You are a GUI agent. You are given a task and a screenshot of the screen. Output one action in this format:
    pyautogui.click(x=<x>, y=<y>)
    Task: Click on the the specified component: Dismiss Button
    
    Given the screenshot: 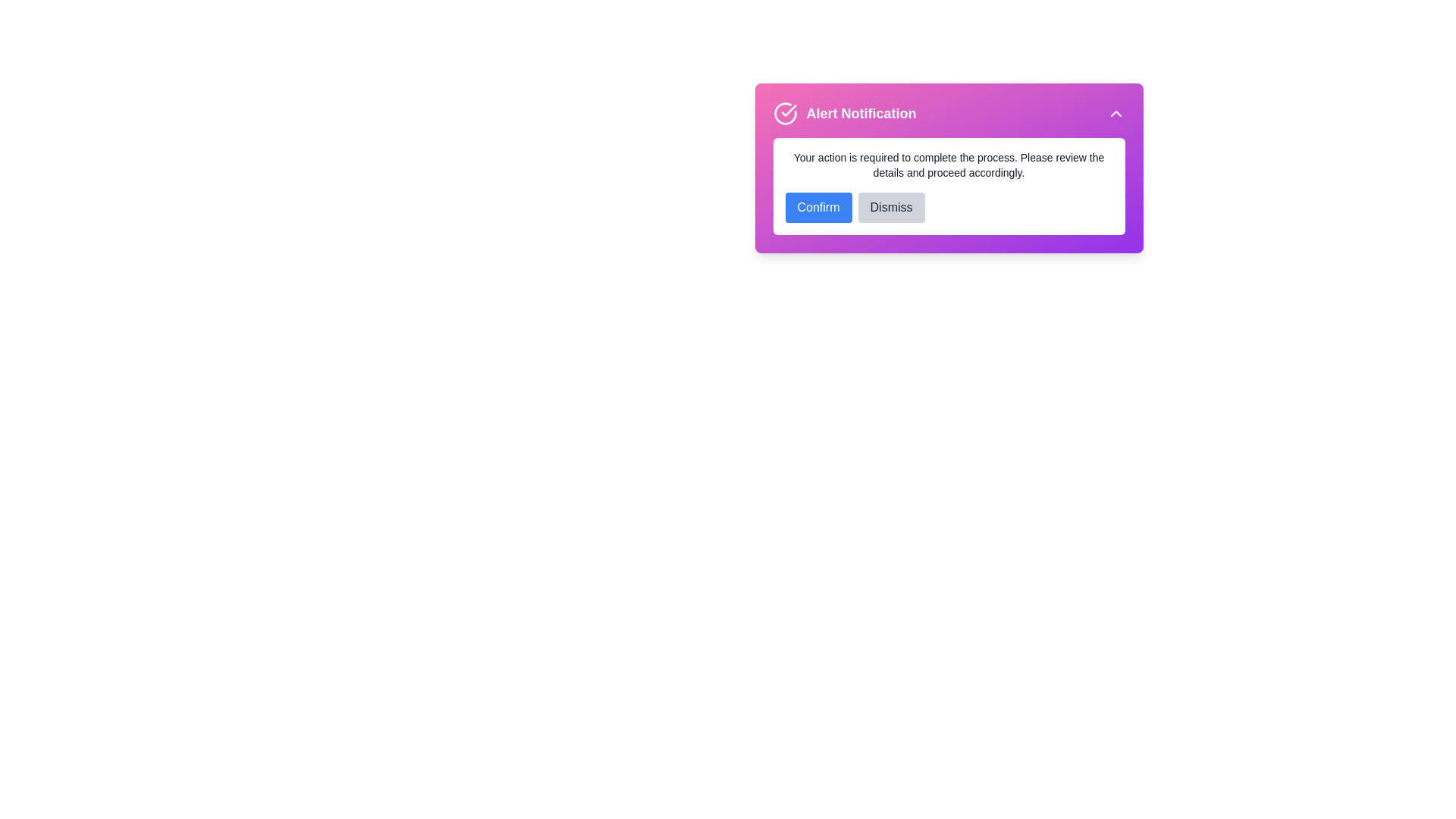 What is the action you would take?
    pyautogui.click(x=891, y=207)
    